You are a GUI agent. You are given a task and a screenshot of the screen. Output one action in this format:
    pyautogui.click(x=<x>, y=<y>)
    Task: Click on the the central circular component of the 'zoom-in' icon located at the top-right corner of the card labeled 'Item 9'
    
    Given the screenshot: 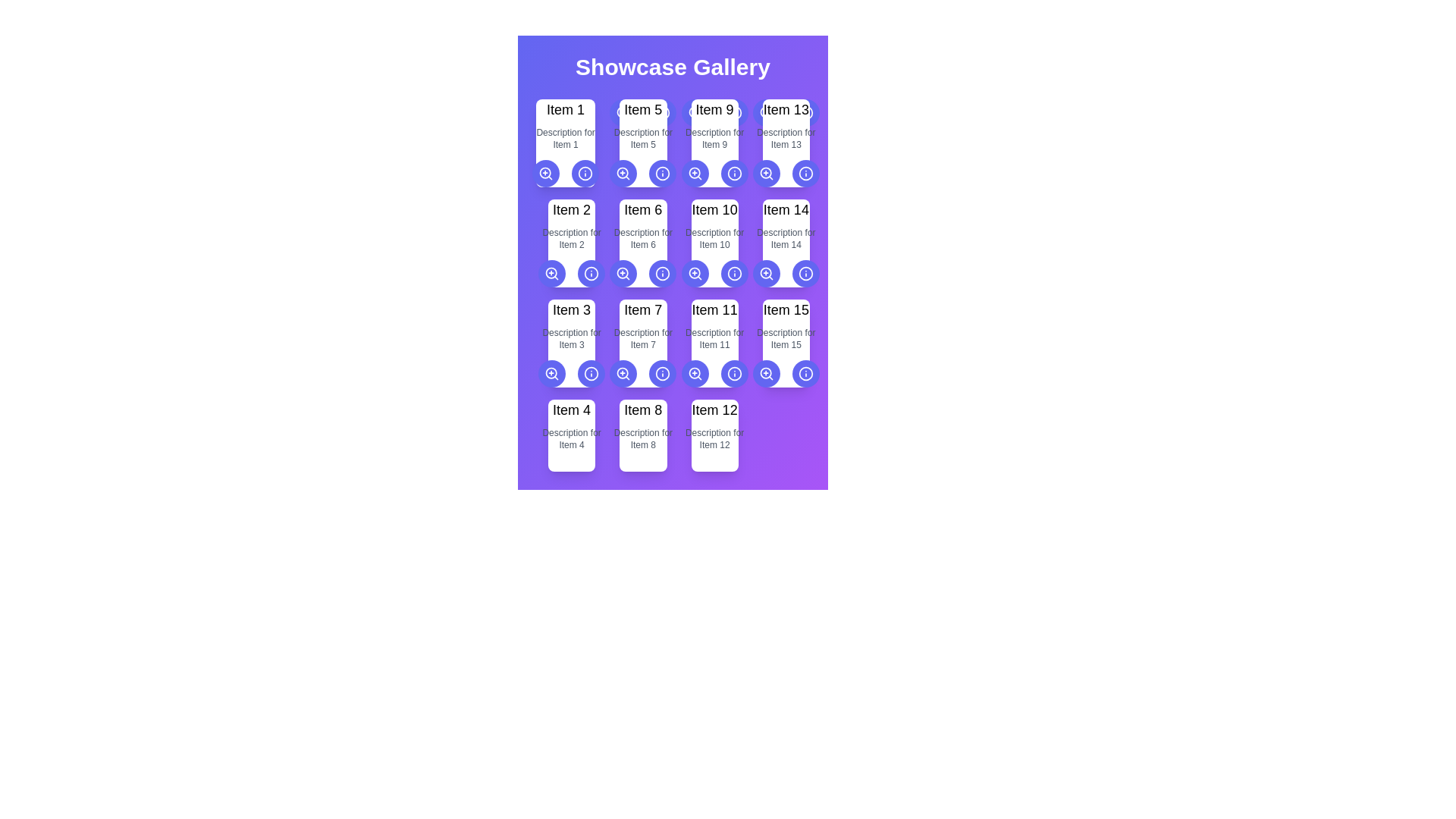 What is the action you would take?
    pyautogui.click(x=693, y=172)
    